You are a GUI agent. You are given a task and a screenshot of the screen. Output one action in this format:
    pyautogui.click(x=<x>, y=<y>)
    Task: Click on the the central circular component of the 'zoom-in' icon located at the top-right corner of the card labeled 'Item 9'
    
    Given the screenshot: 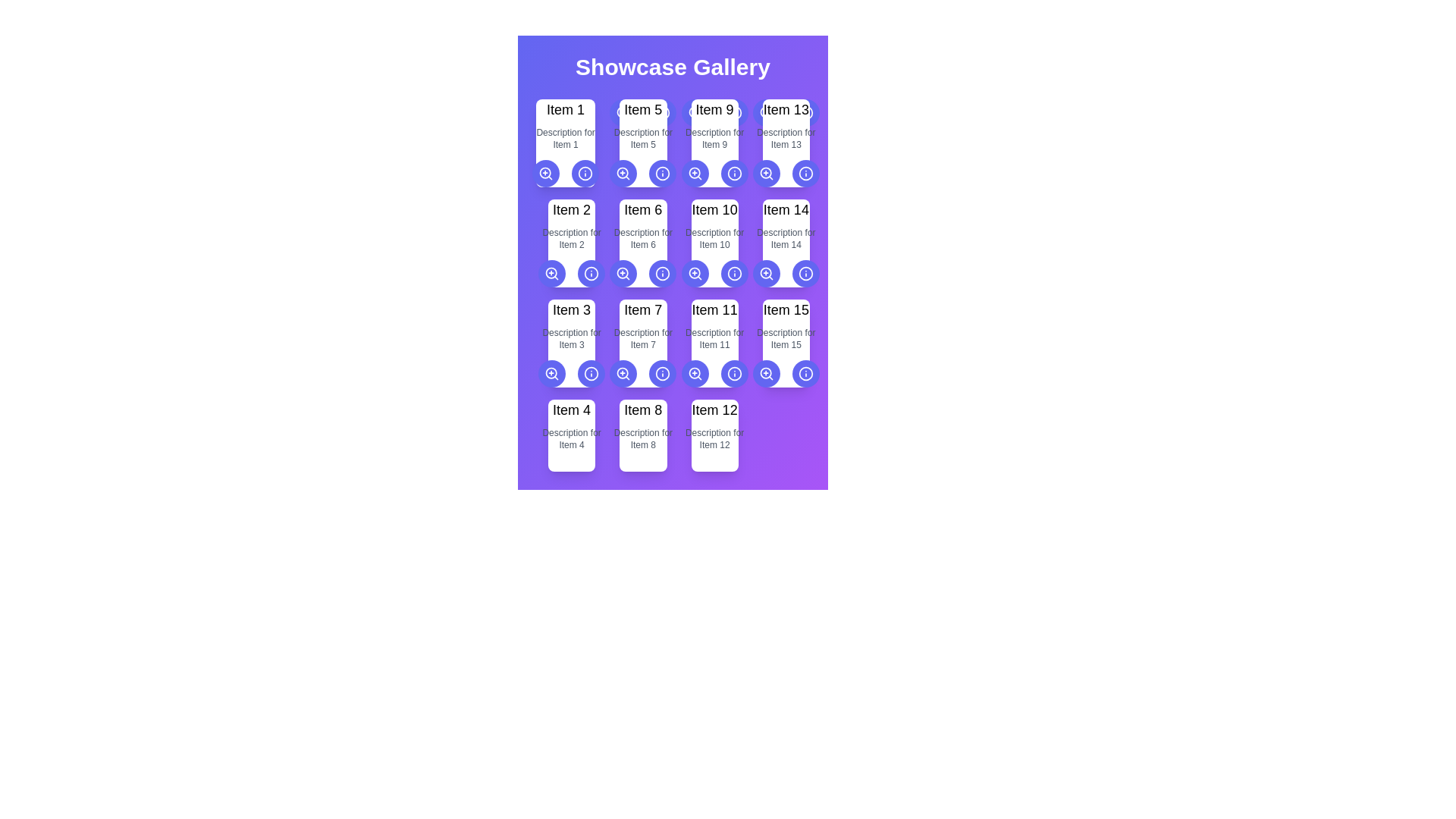 What is the action you would take?
    pyautogui.click(x=693, y=172)
    